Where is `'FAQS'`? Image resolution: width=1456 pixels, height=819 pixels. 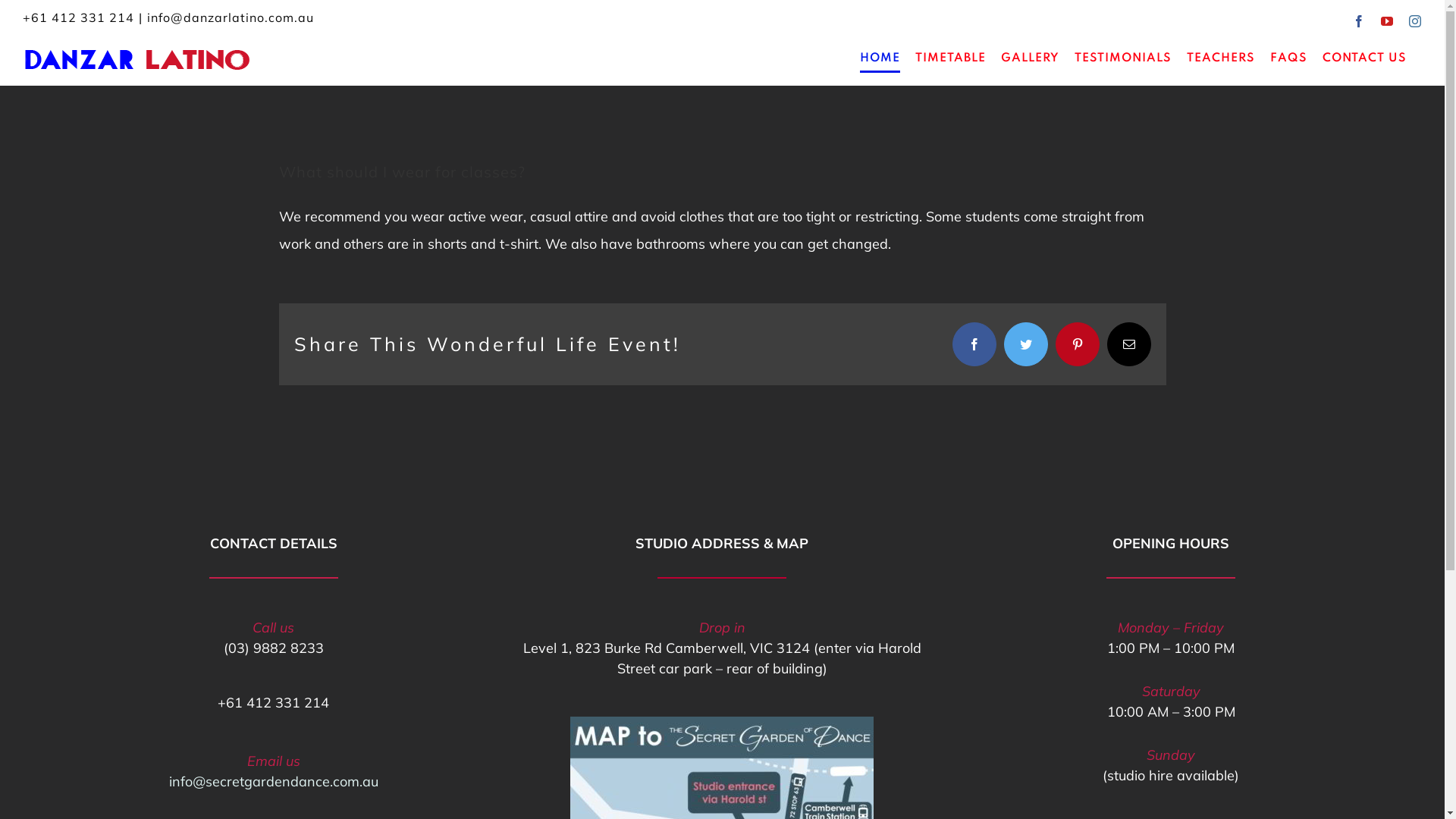 'FAQS' is located at coordinates (1288, 58).